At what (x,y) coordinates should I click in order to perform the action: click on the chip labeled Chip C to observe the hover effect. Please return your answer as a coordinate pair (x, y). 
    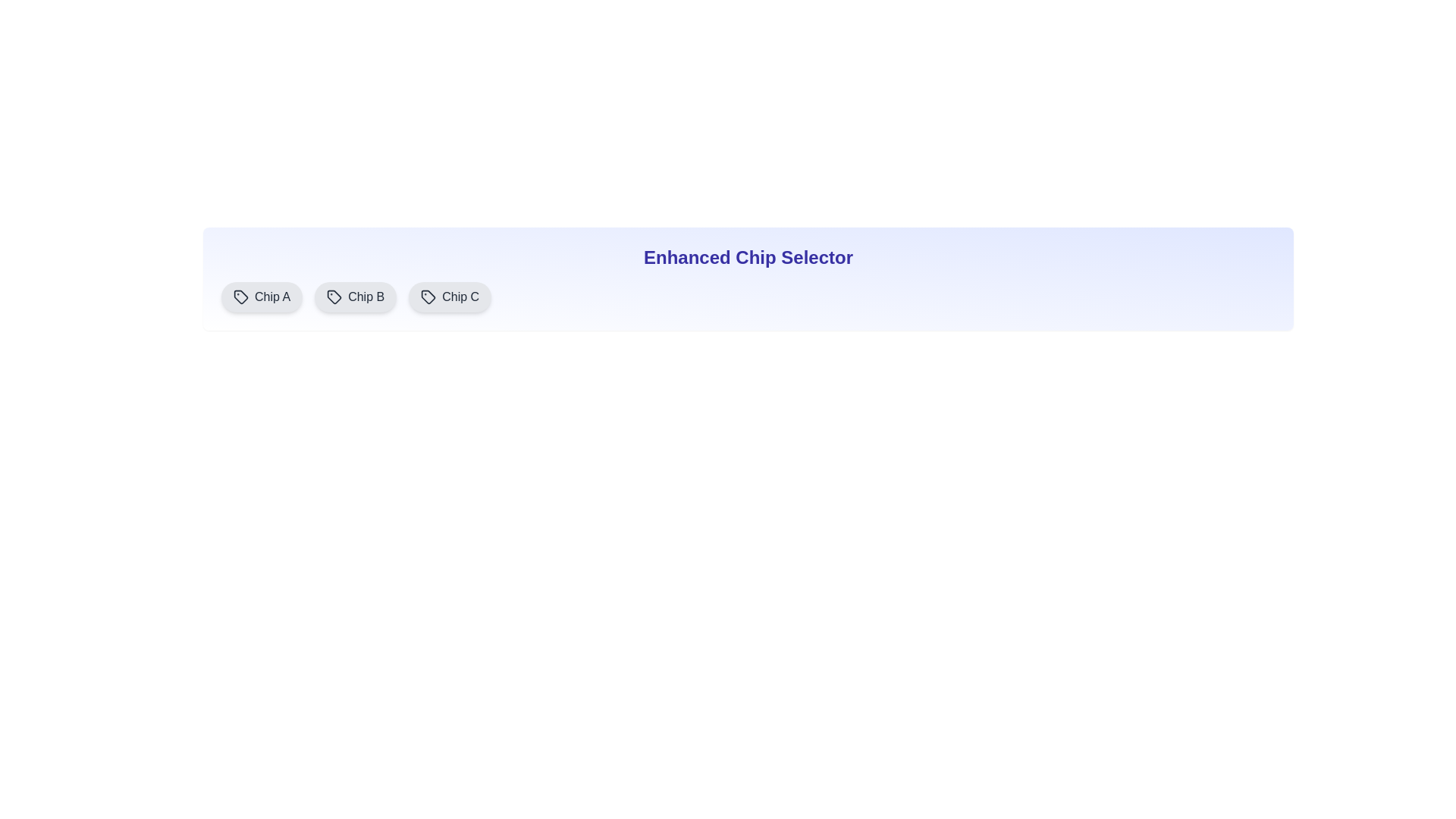
    Looking at the image, I should click on (449, 297).